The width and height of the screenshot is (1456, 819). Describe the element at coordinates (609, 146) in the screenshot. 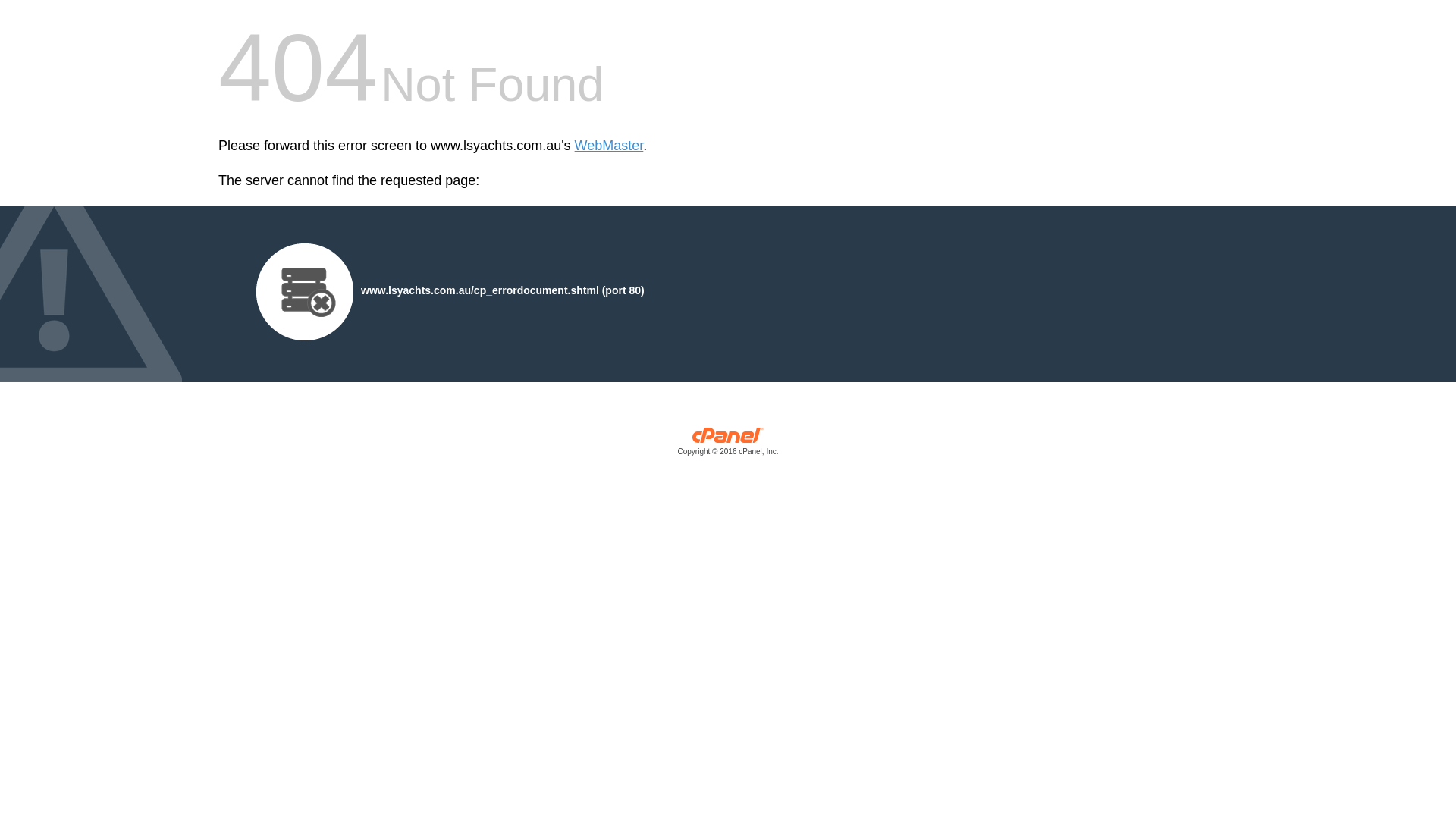

I see `'WebMaster'` at that location.